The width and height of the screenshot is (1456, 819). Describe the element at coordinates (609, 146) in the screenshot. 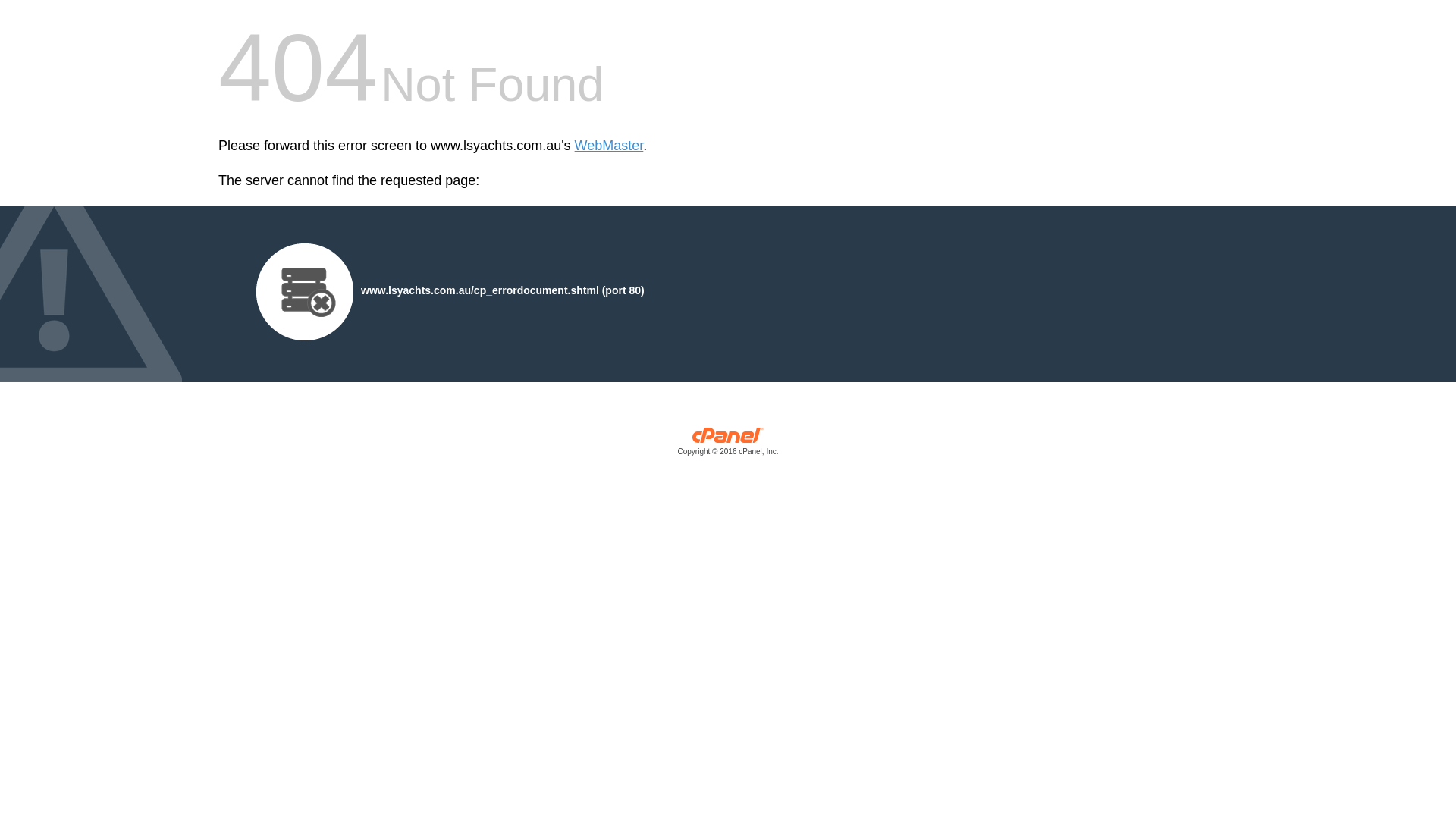

I see `'WebMaster'` at that location.